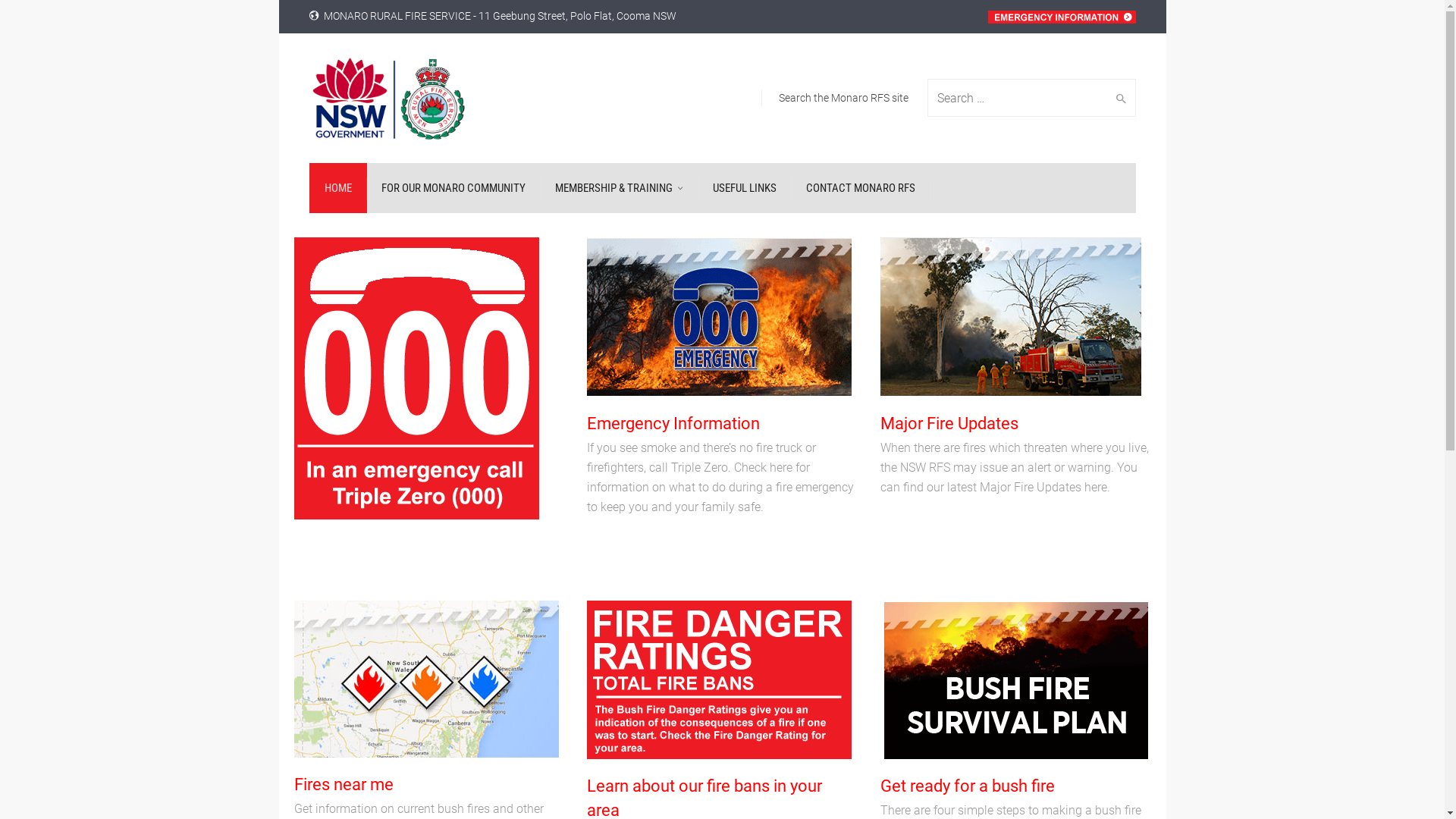  I want to click on 'MEMBERSHIP & TRAINING', so click(539, 187).